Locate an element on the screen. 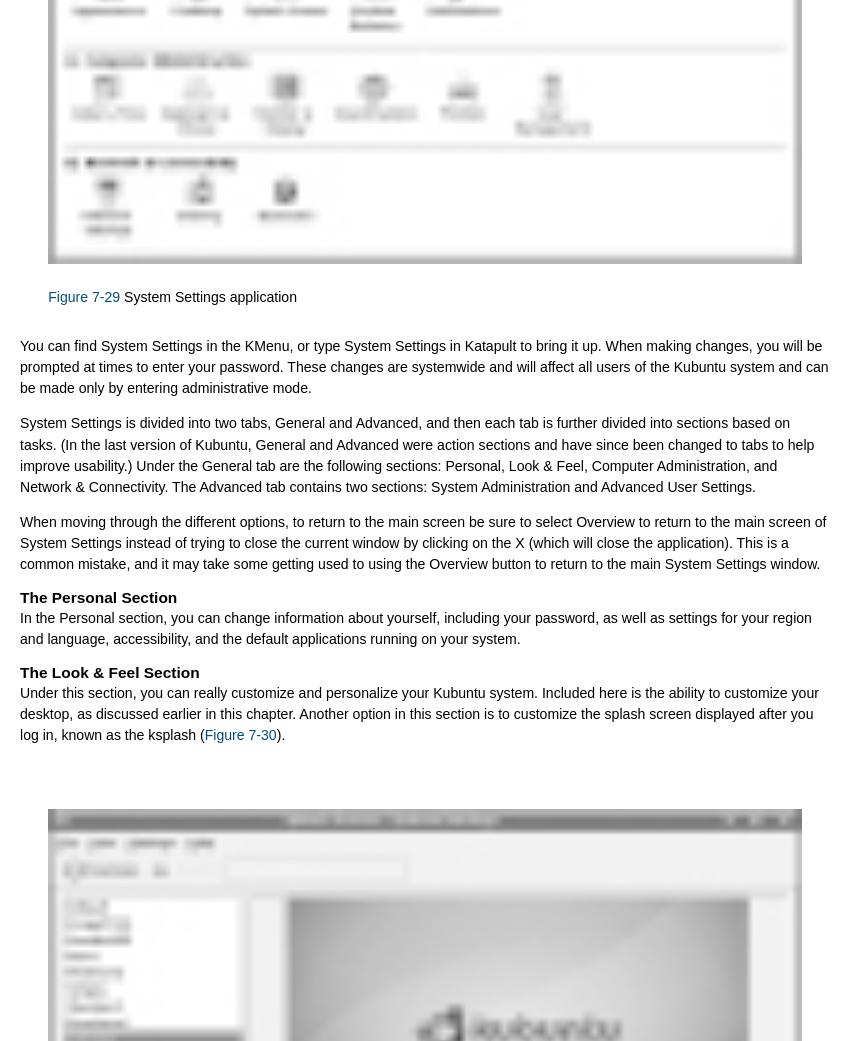 This screenshot has width=850, height=1041. 'In the Personal section, you can change information about yourself, including your password, as well as settings for your region and language, accessibility, and the default applications running on your system.' is located at coordinates (18, 627).